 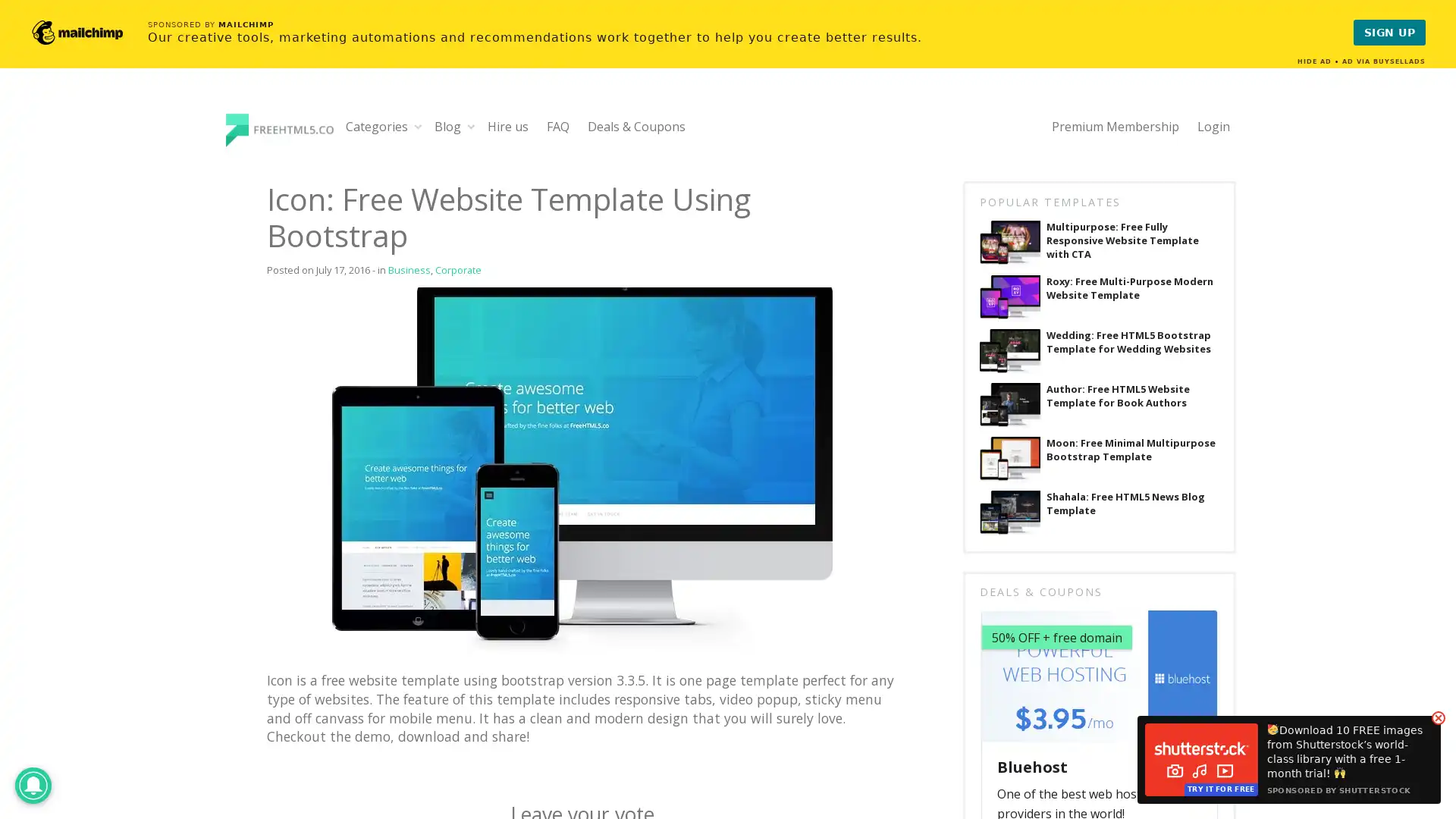 What do you see at coordinates (470, 125) in the screenshot?
I see `Expand child menu` at bounding box center [470, 125].